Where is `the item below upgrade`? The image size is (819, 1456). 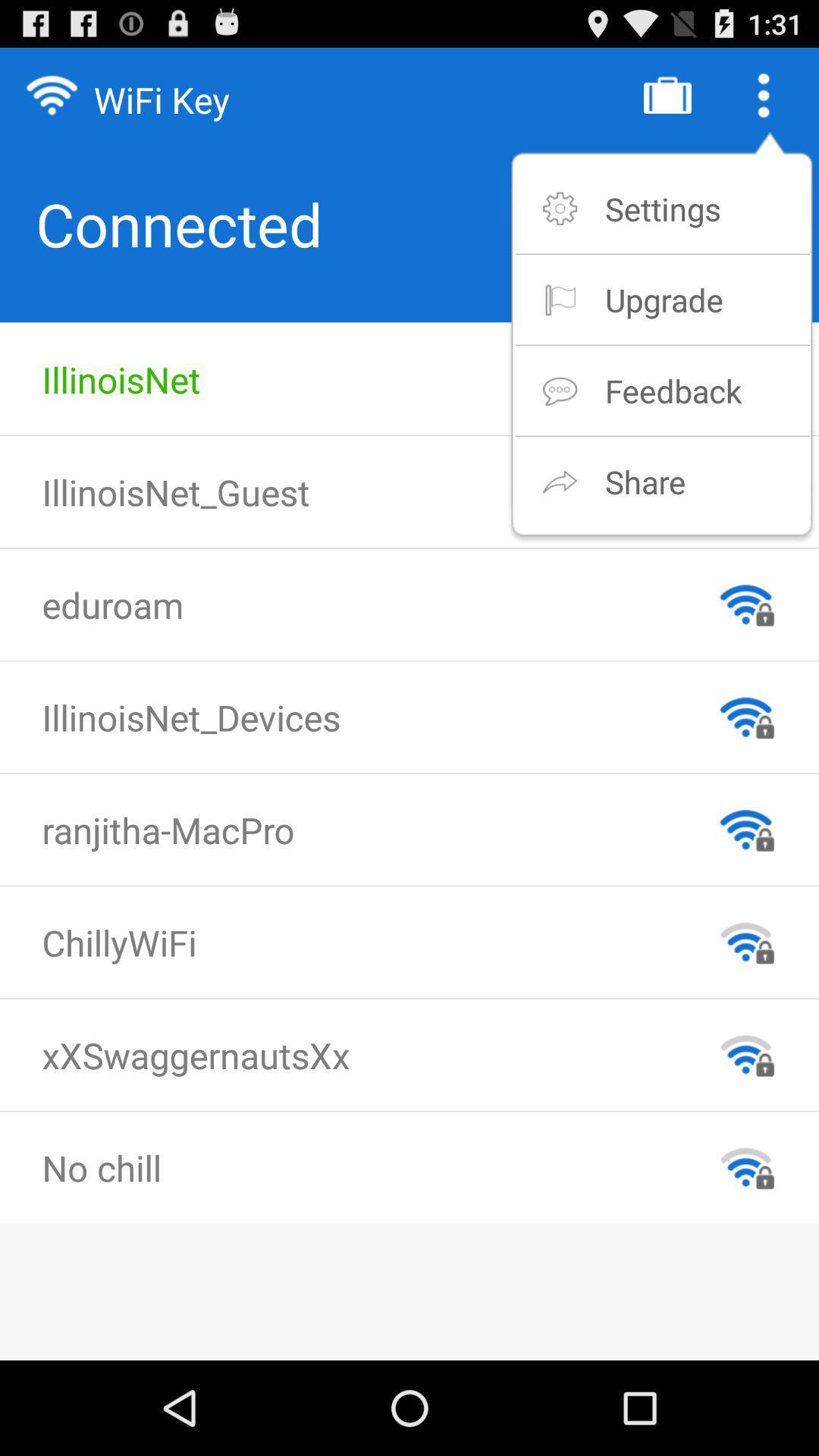
the item below upgrade is located at coordinates (672, 391).